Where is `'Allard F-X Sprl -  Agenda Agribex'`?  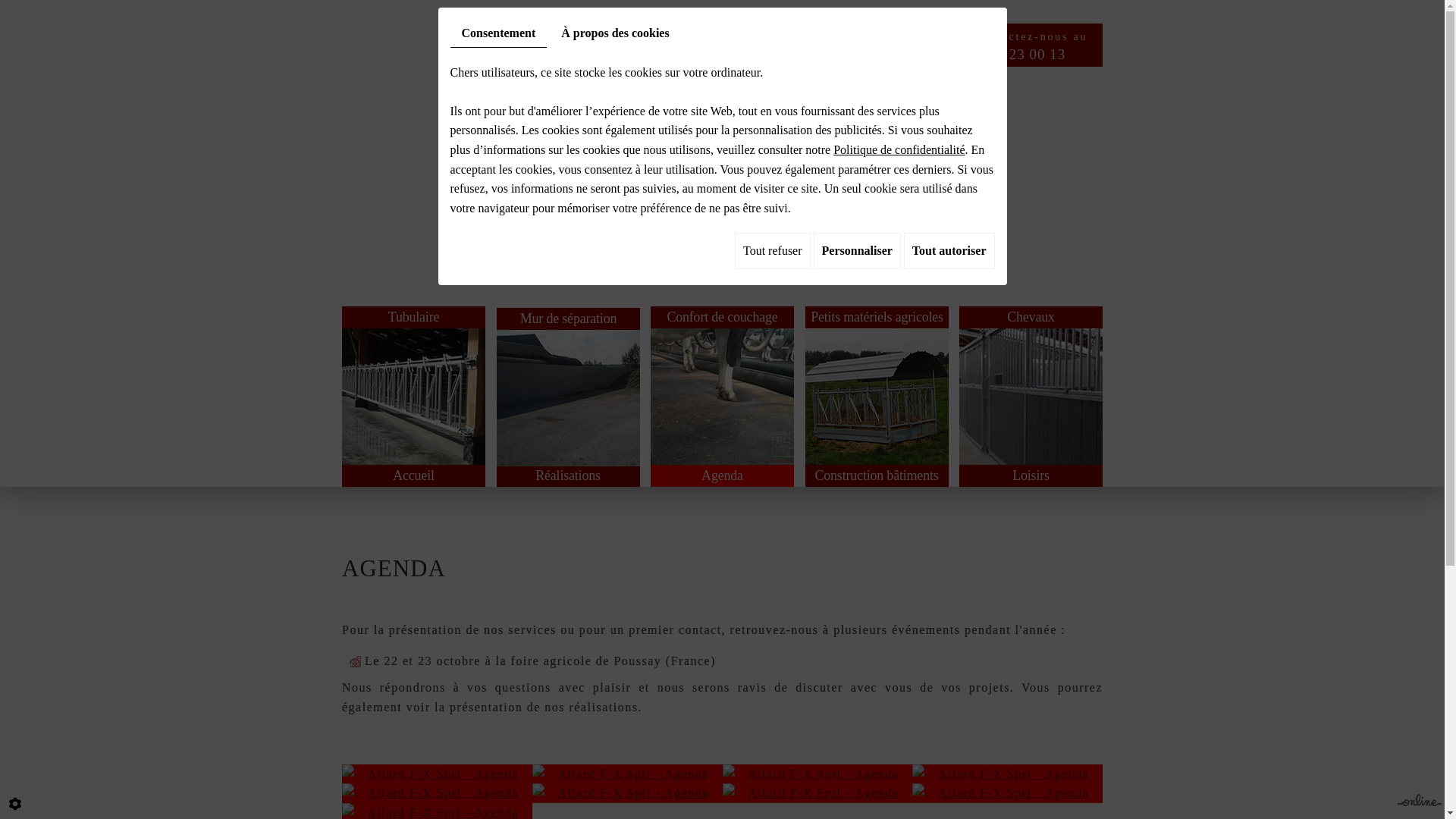 'Allard F-X Sprl -  Agenda Agribex' is located at coordinates (627, 774).